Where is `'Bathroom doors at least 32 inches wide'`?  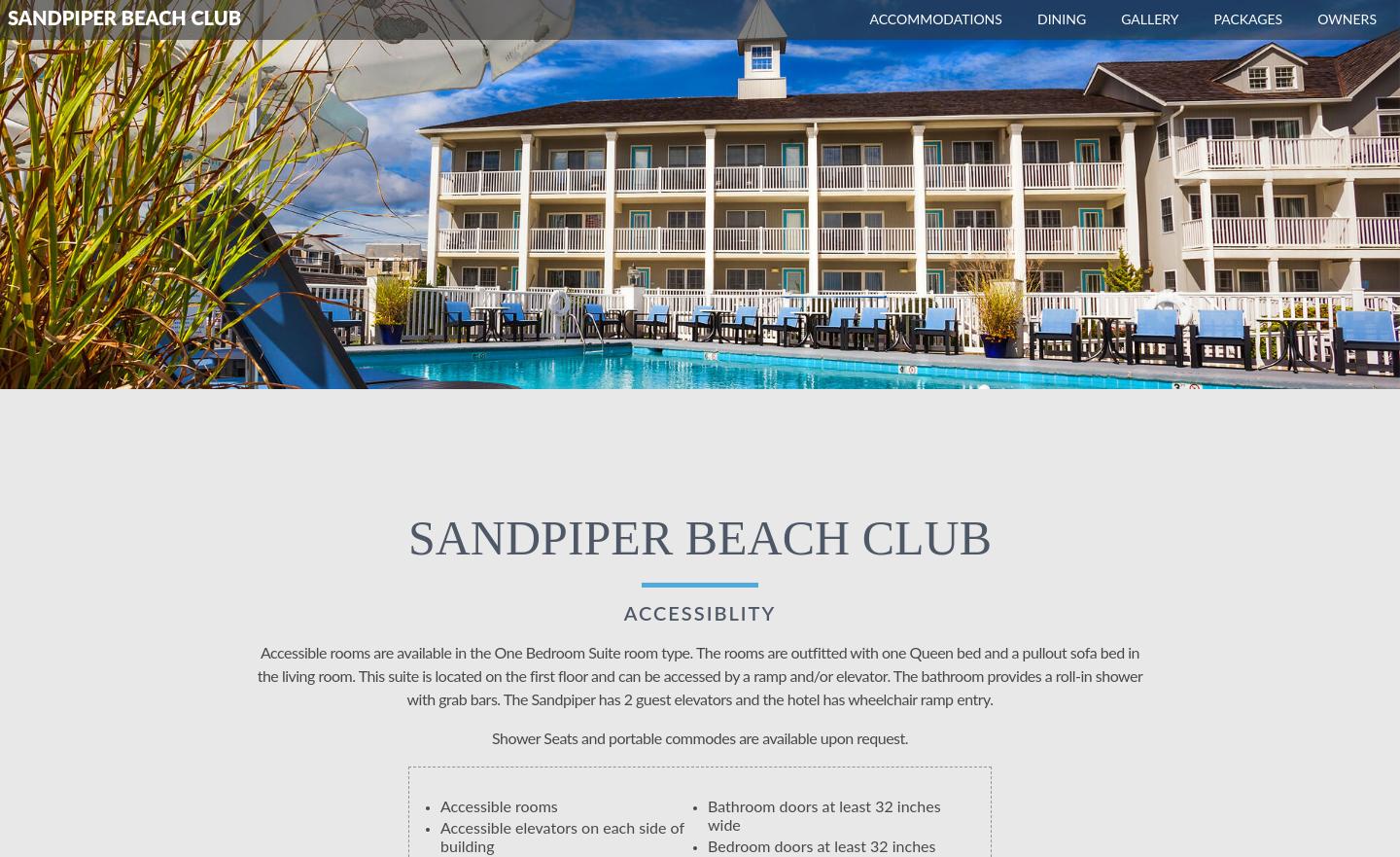
'Bathroom doors at least 32 inches wide' is located at coordinates (822, 815).